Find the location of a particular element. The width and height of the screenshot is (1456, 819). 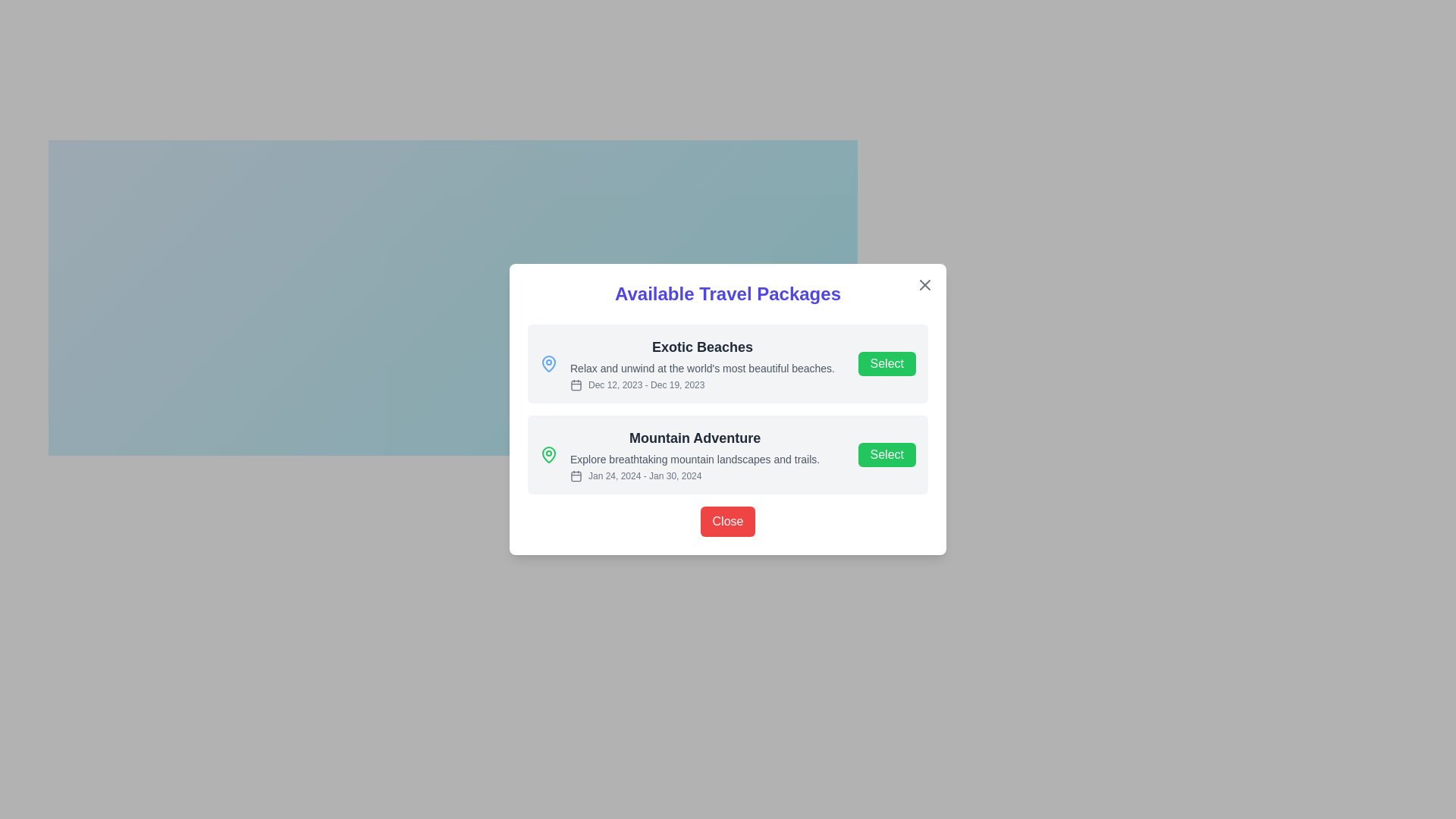

the calendar icon element, which visually represents the body of the calendar within the user interface is located at coordinates (575, 384).